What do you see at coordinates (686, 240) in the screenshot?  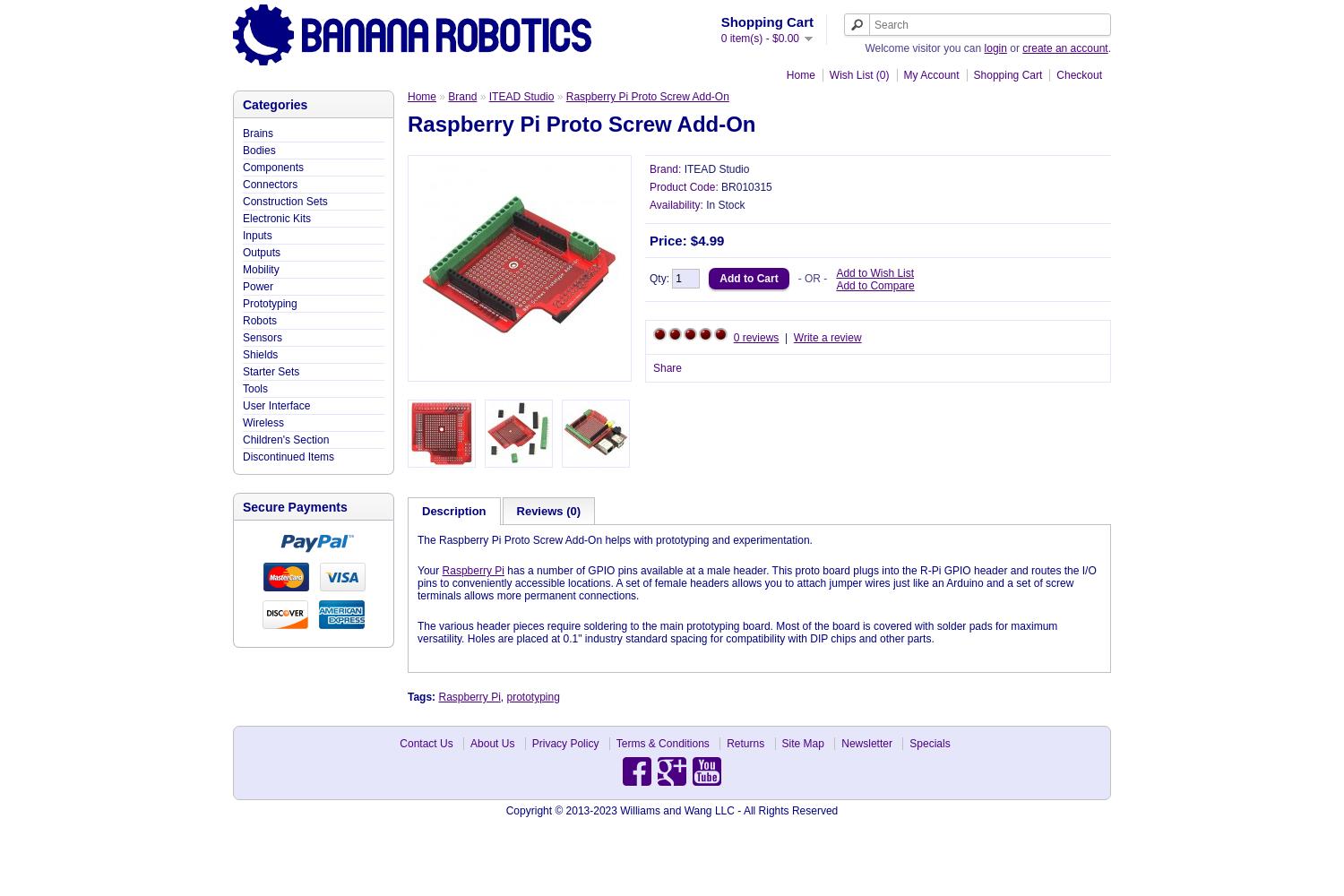 I see `'Price:                $4.99'` at bounding box center [686, 240].